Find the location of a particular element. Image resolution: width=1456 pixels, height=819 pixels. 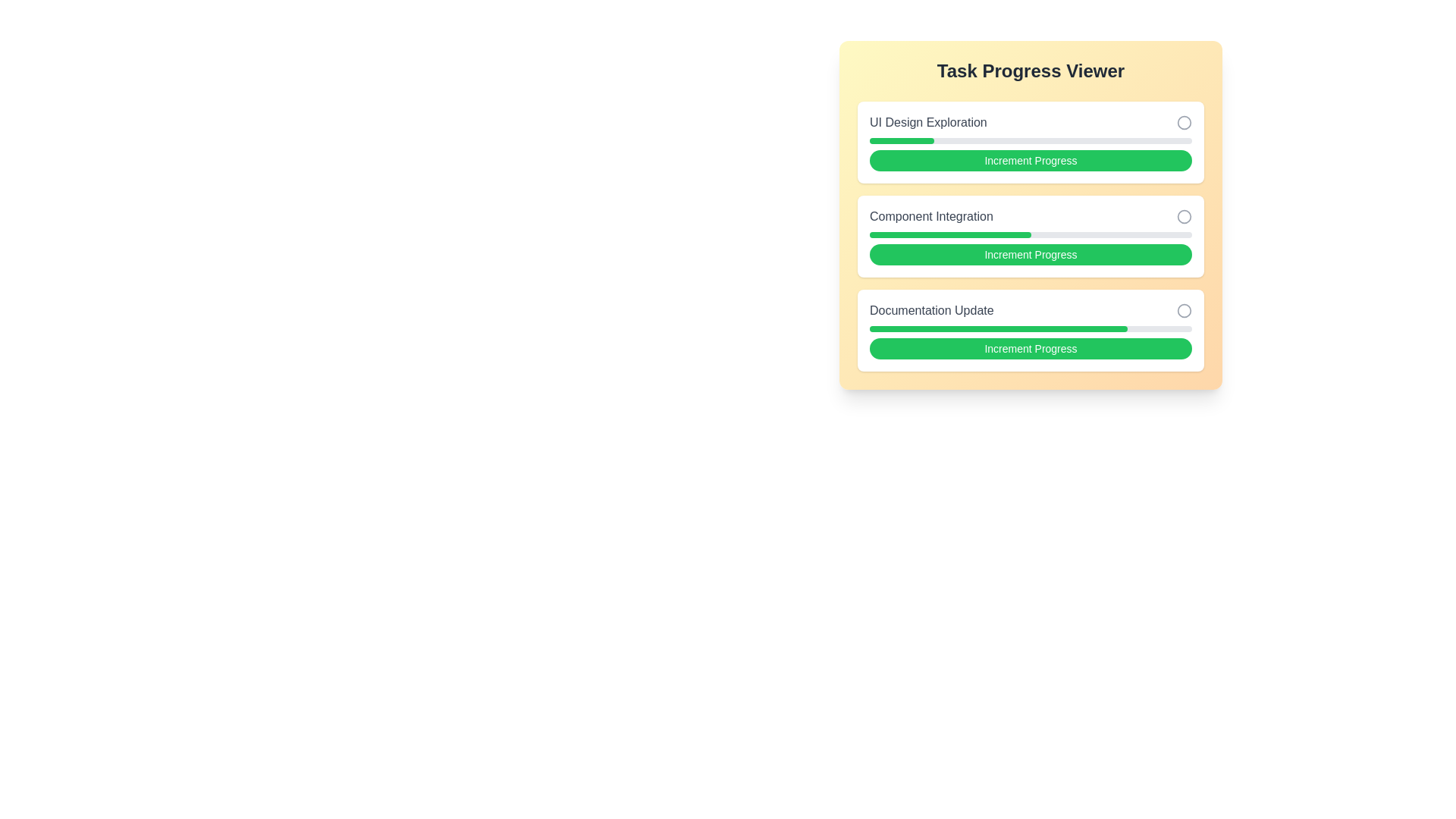

the 'Task Progress Viewer' Text Display element, which serves as the title for the section and provides visual clarity but does not accept direct user interaction is located at coordinates (1031, 71).